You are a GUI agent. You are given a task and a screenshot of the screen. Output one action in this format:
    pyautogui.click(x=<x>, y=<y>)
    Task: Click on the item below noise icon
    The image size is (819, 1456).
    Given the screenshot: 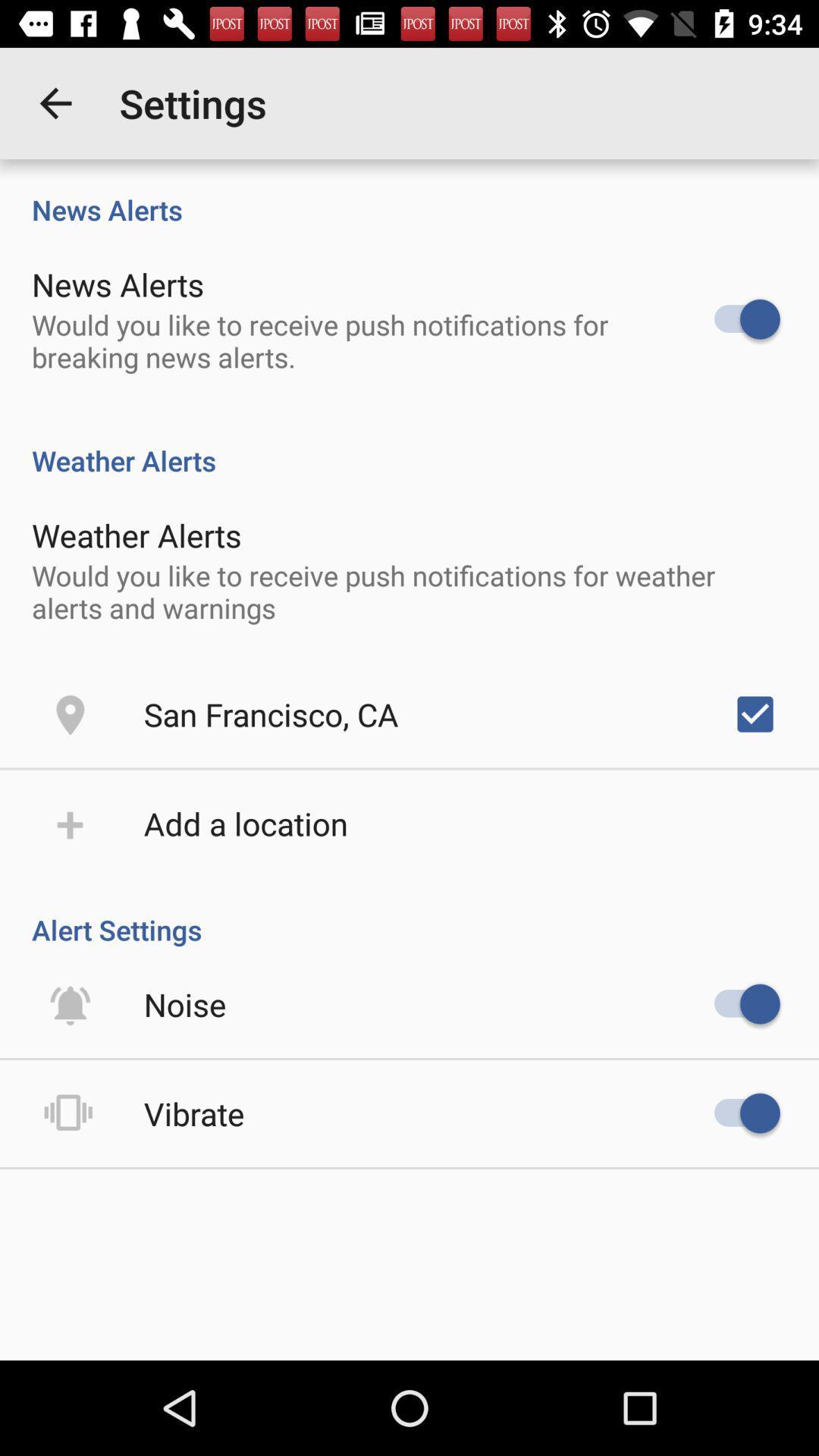 What is the action you would take?
    pyautogui.click(x=193, y=1113)
    